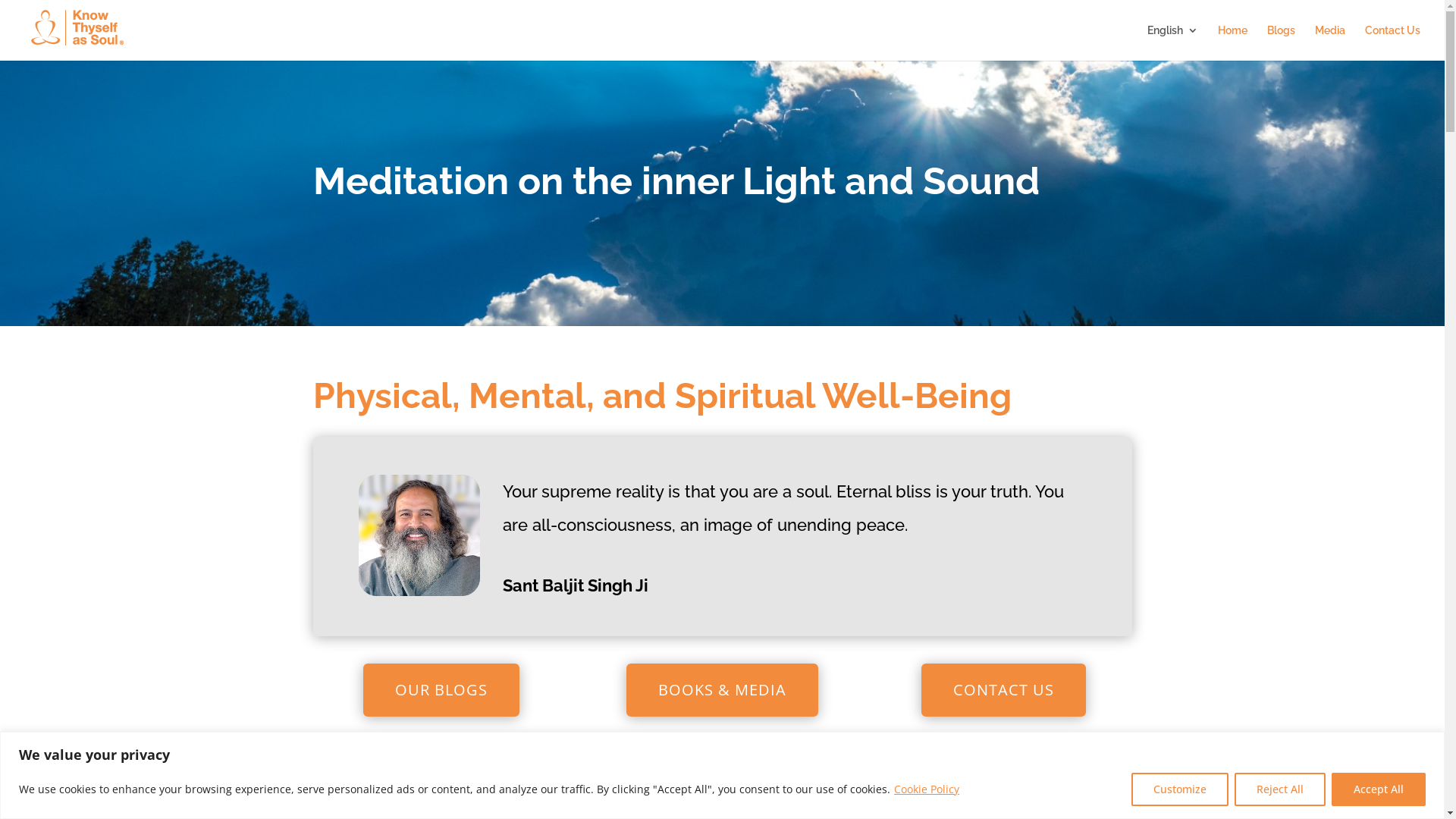 This screenshot has width=1456, height=819. I want to click on 'English', so click(1172, 42).